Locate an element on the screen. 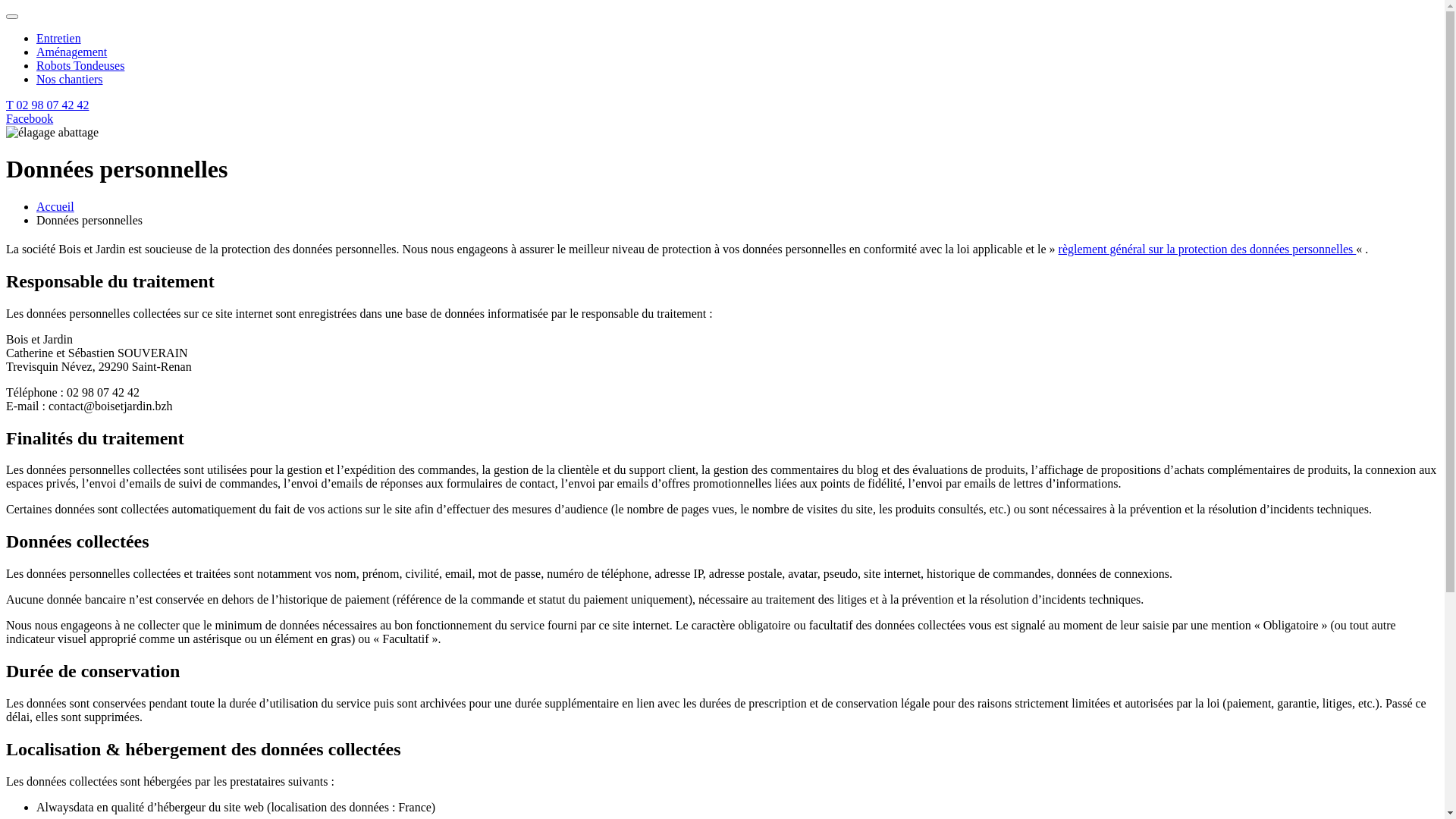 This screenshot has height=819, width=1456. 'Entretien' is located at coordinates (58, 37).